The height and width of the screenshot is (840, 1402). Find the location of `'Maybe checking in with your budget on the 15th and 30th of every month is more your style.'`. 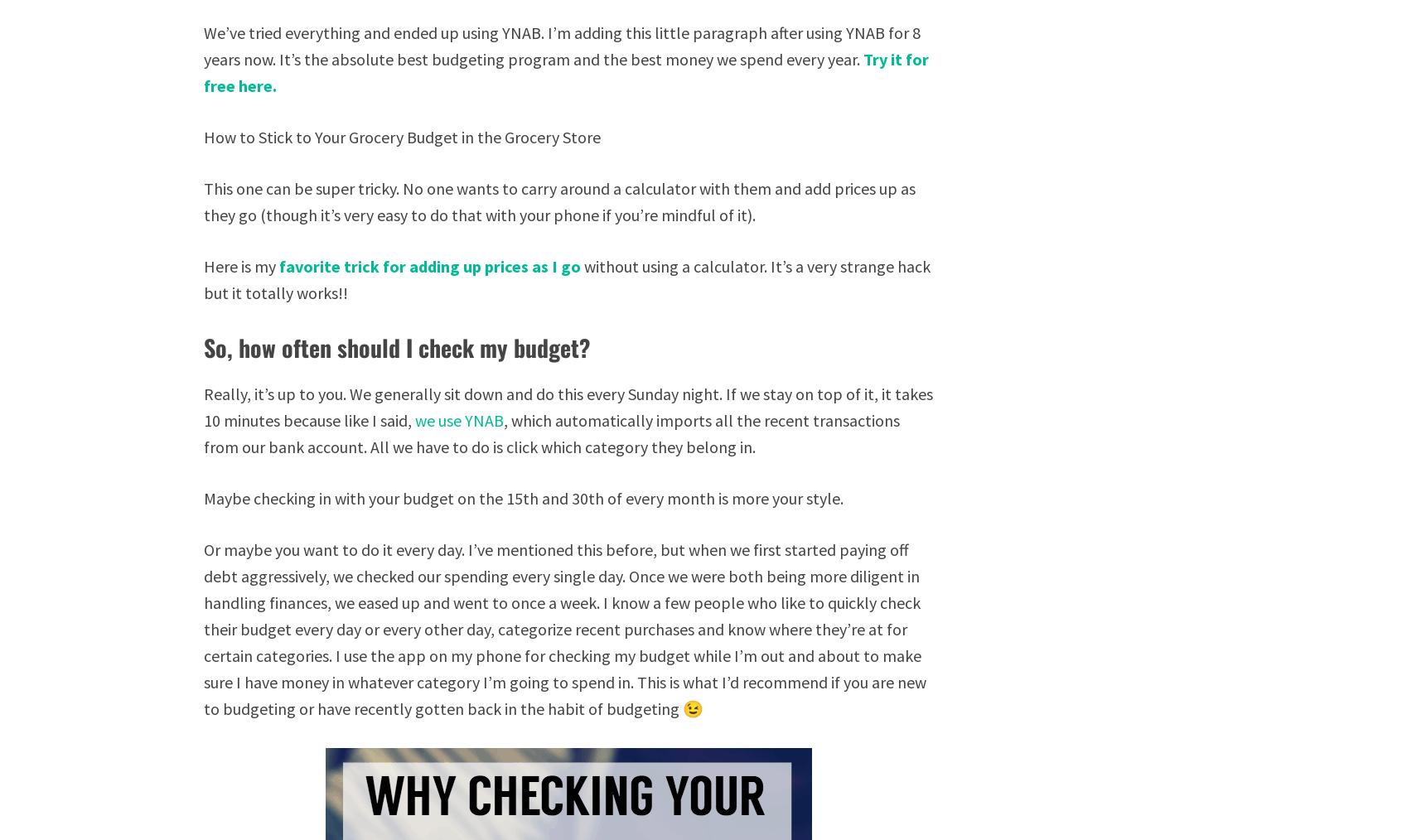

'Maybe checking in with your budget on the 15th and 30th of every month is more your style.' is located at coordinates (522, 497).